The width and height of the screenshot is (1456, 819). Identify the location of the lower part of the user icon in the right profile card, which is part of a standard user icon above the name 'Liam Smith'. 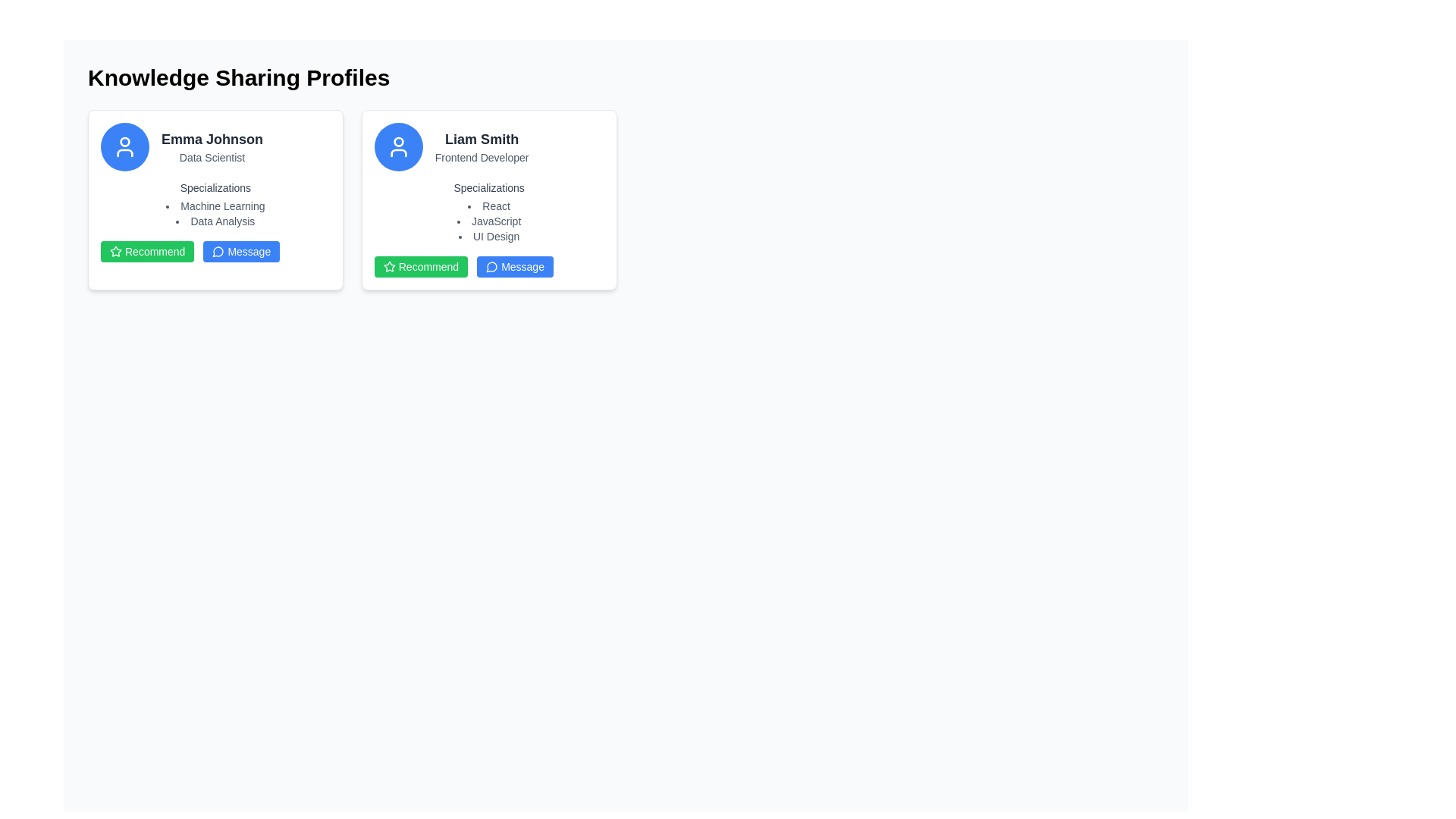
(398, 152).